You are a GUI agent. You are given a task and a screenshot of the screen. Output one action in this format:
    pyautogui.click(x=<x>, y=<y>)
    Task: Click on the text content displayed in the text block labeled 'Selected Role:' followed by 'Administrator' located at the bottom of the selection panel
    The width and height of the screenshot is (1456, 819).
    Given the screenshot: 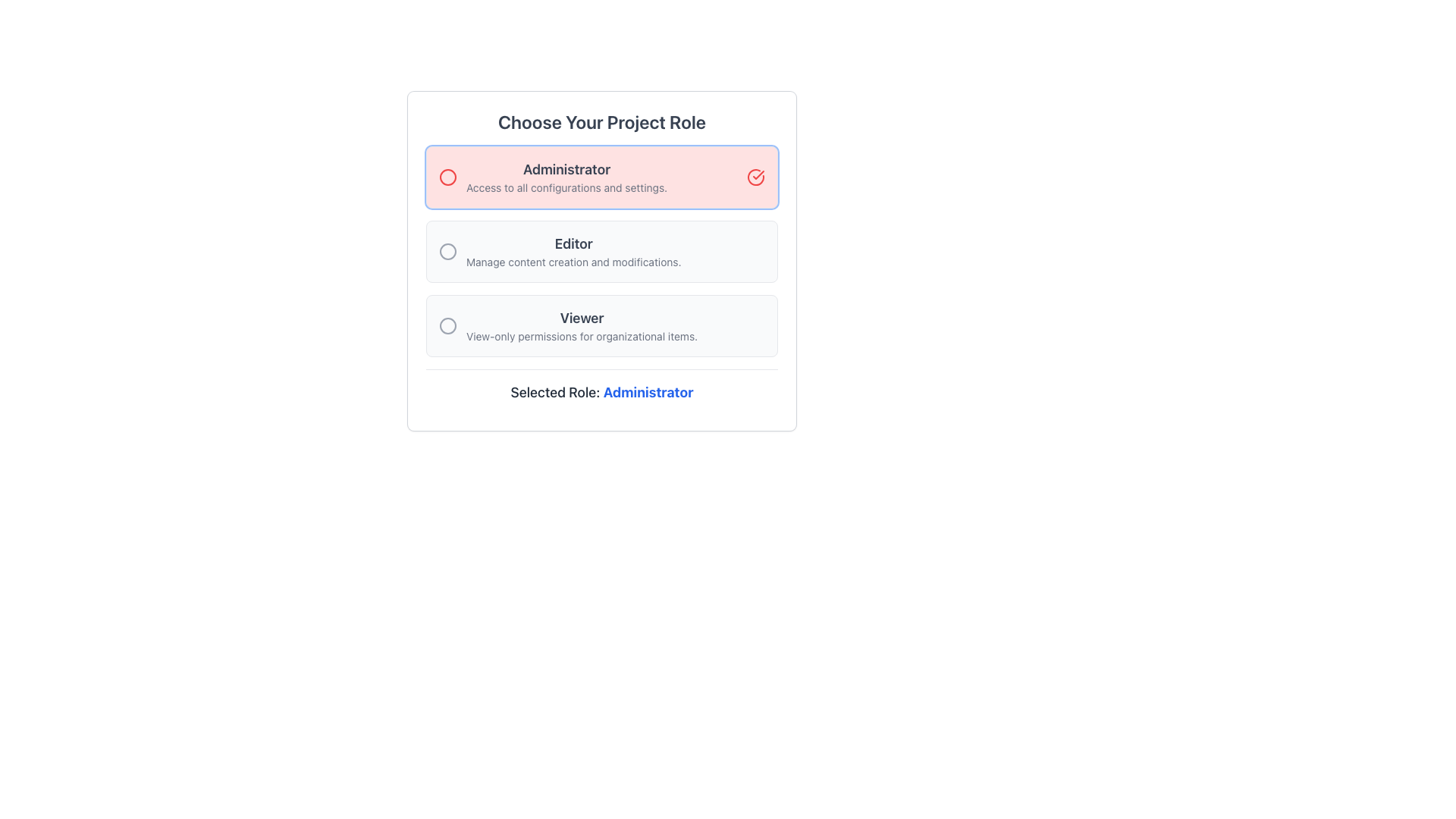 What is the action you would take?
    pyautogui.click(x=601, y=390)
    